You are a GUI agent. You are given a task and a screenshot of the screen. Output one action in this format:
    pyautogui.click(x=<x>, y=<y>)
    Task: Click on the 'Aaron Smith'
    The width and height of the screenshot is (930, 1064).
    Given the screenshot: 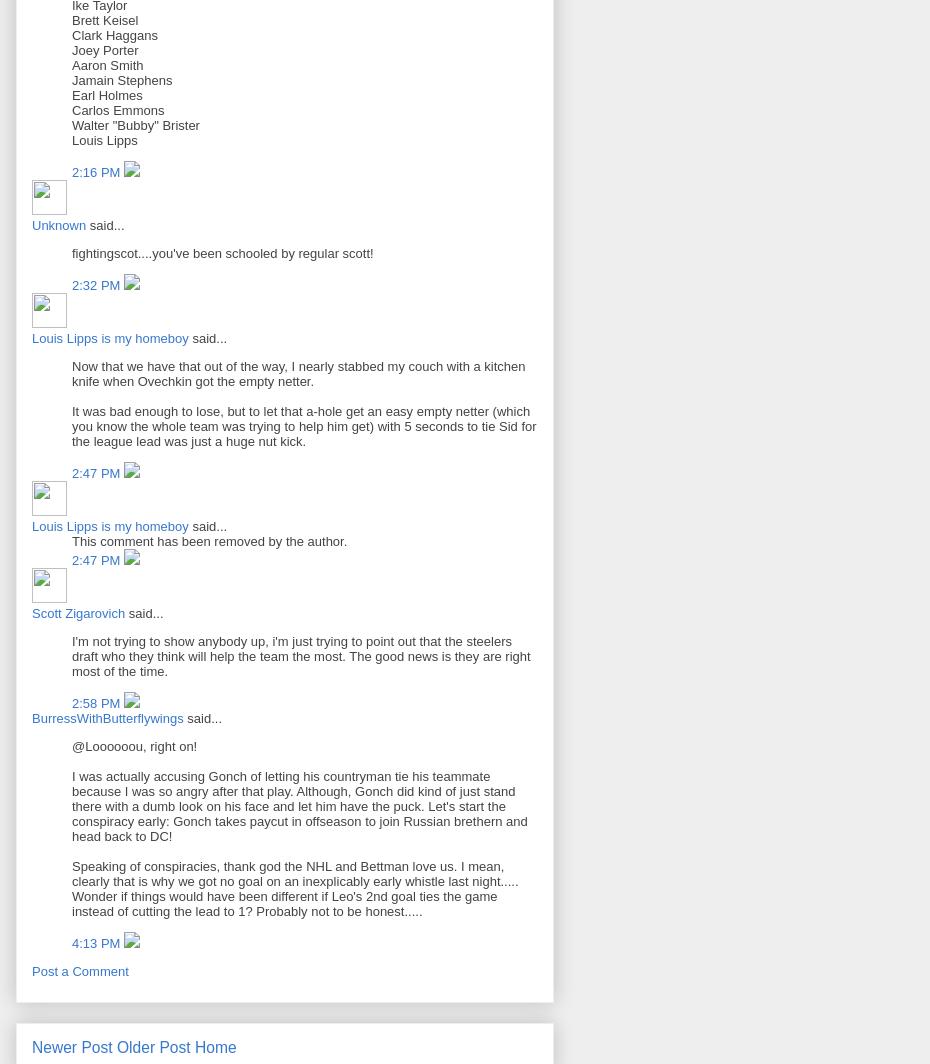 What is the action you would take?
    pyautogui.click(x=107, y=65)
    